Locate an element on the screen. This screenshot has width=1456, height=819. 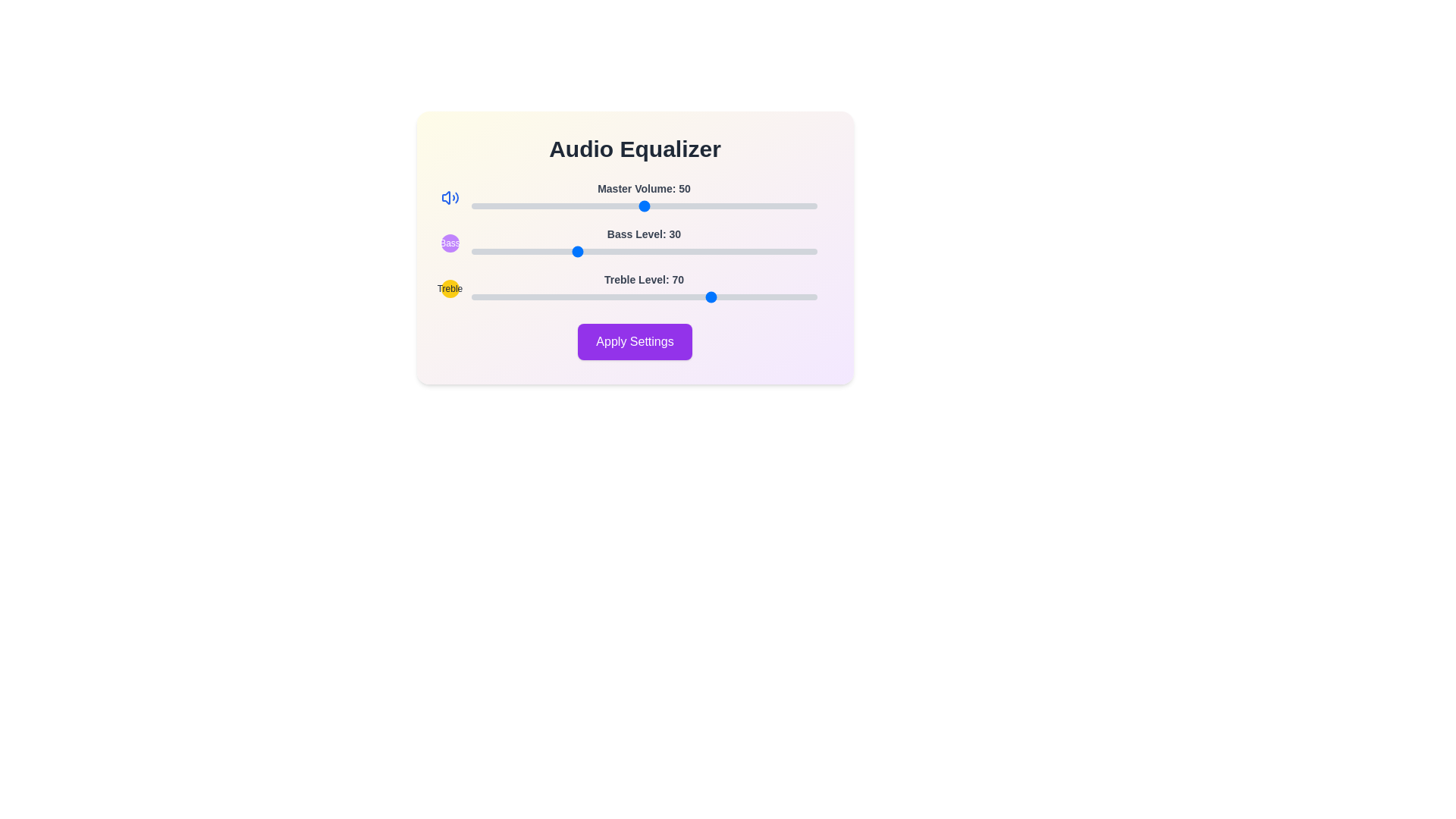
the master volume is located at coordinates (670, 206).